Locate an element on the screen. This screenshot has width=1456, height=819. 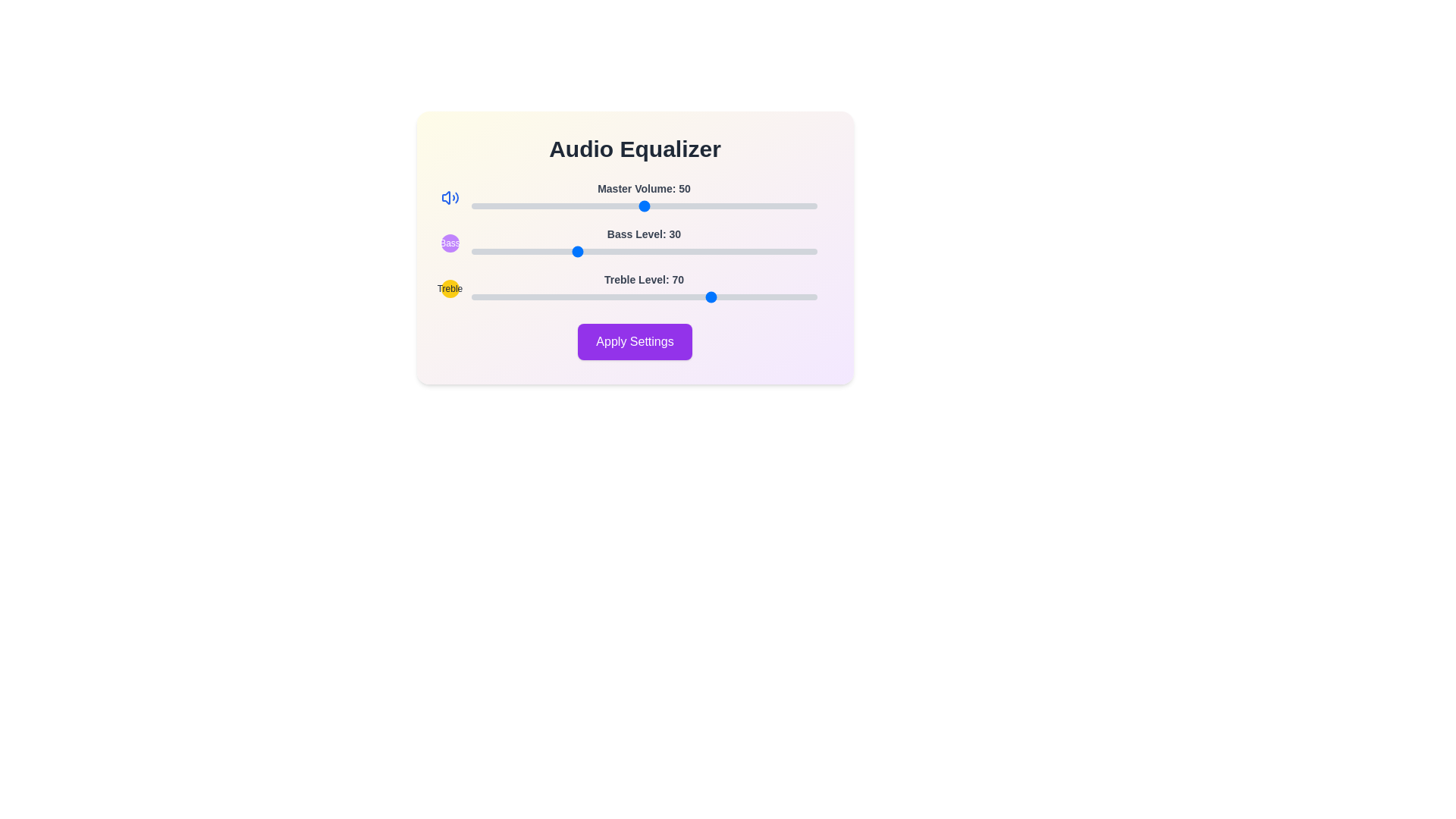
the master volume is located at coordinates (670, 206).